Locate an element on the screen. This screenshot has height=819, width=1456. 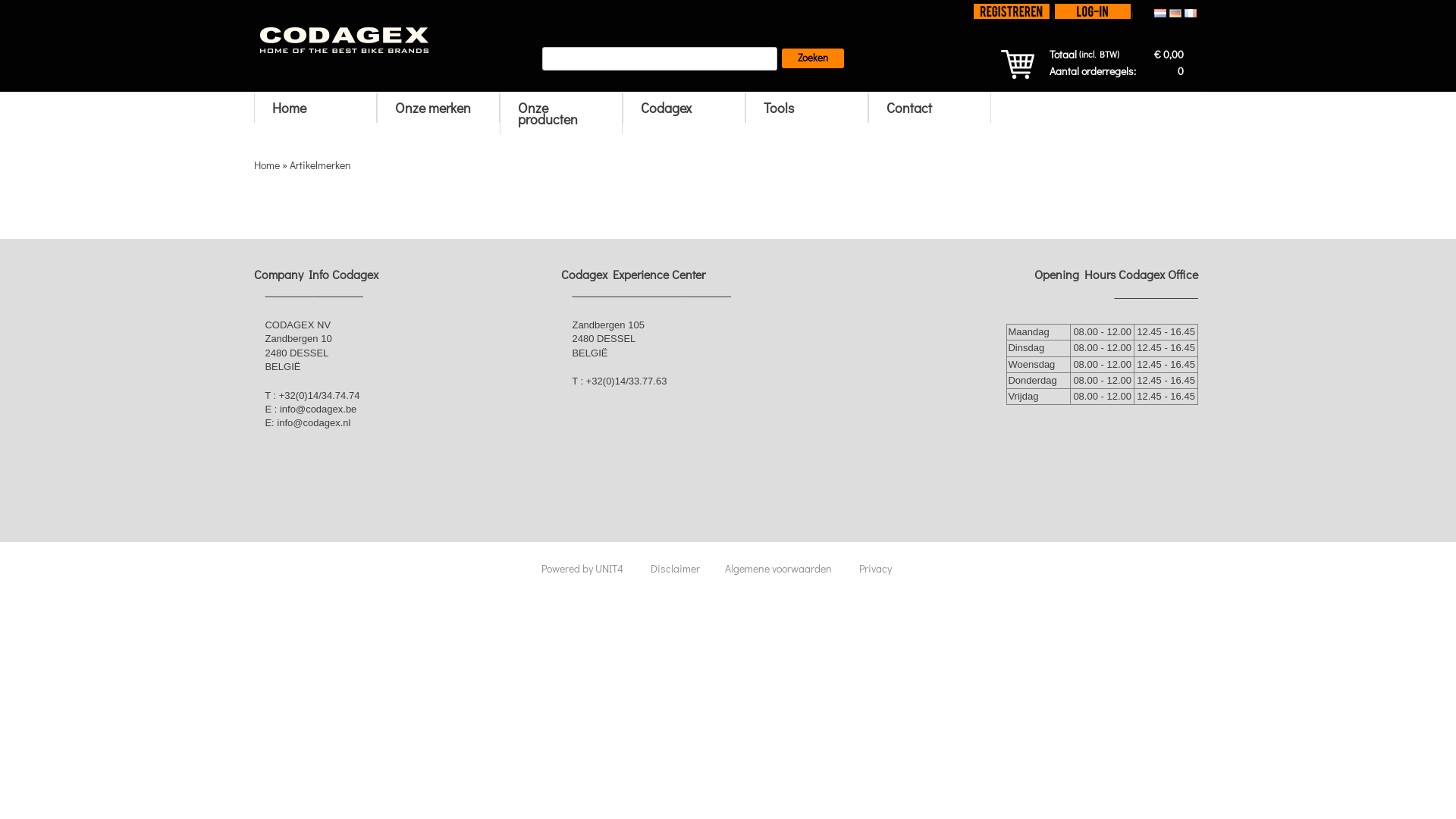
'Algemene voorwaarden' is located at coordinates (723, 568).